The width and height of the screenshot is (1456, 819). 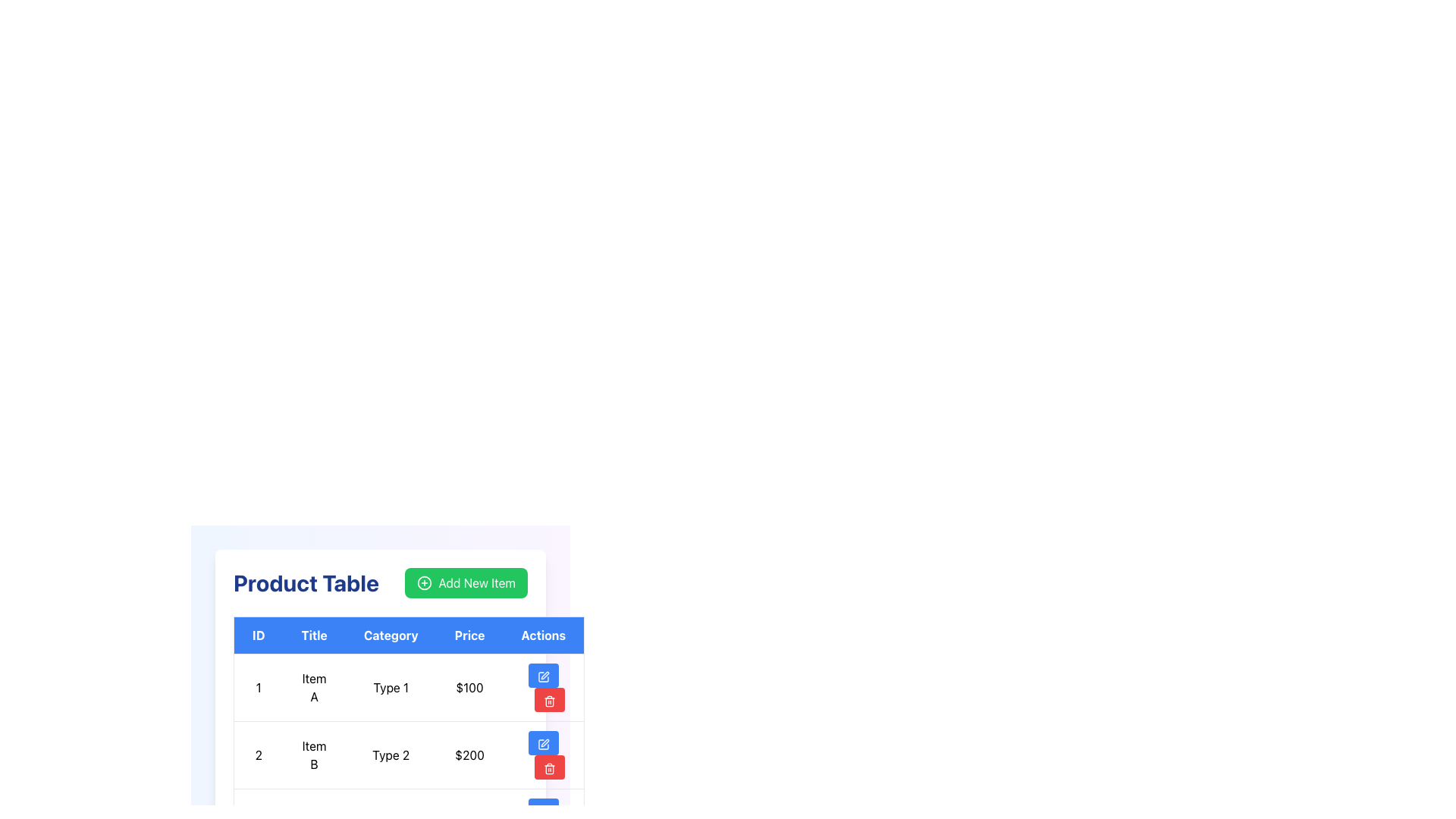 I want to click on the small blue circular icon button with a white edit icon located in the 'Actions' column of the first row in the data table, so click(x=543, y=676).